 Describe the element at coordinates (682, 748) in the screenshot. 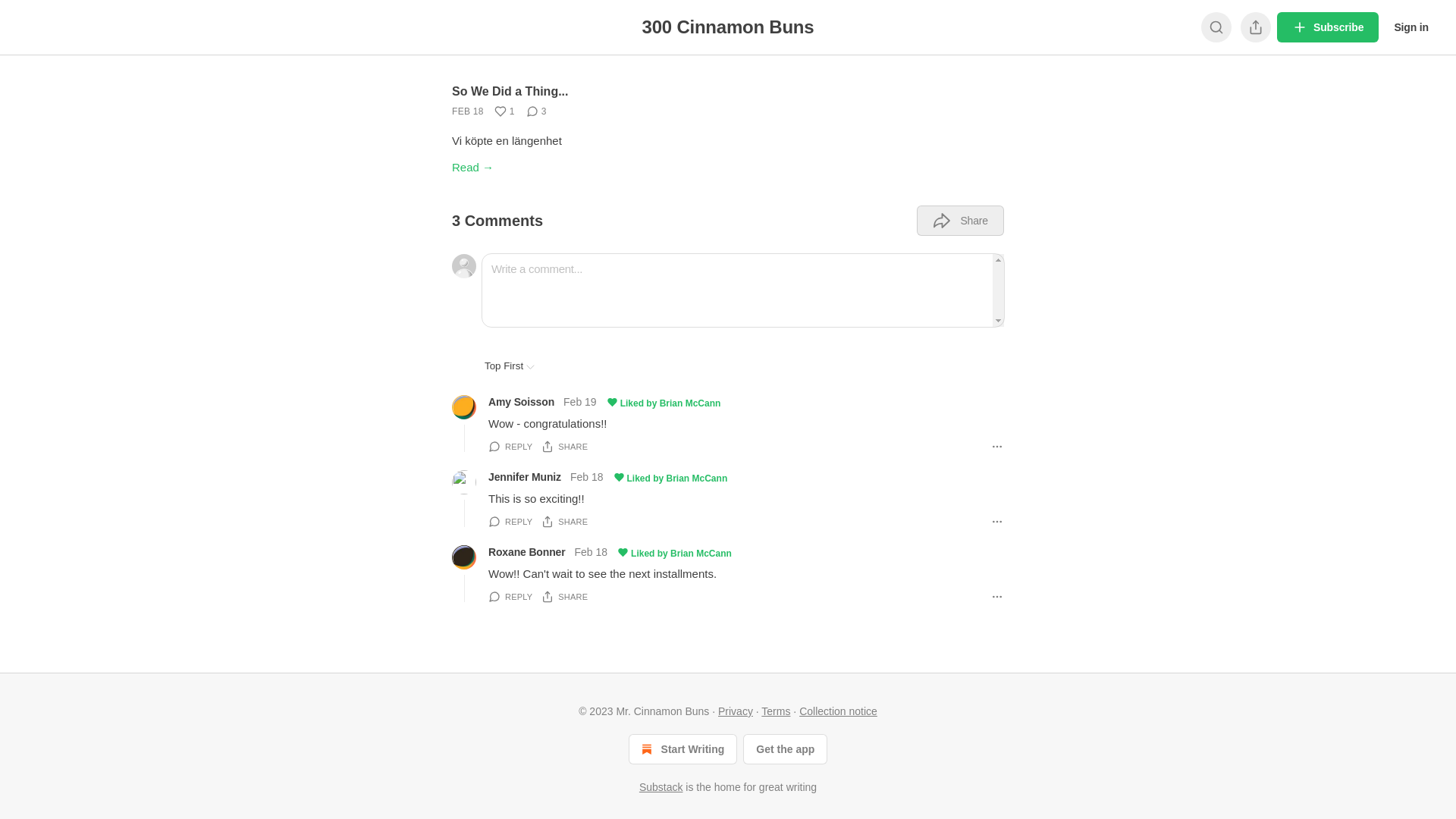

I see `'Start Writing'` at that location.